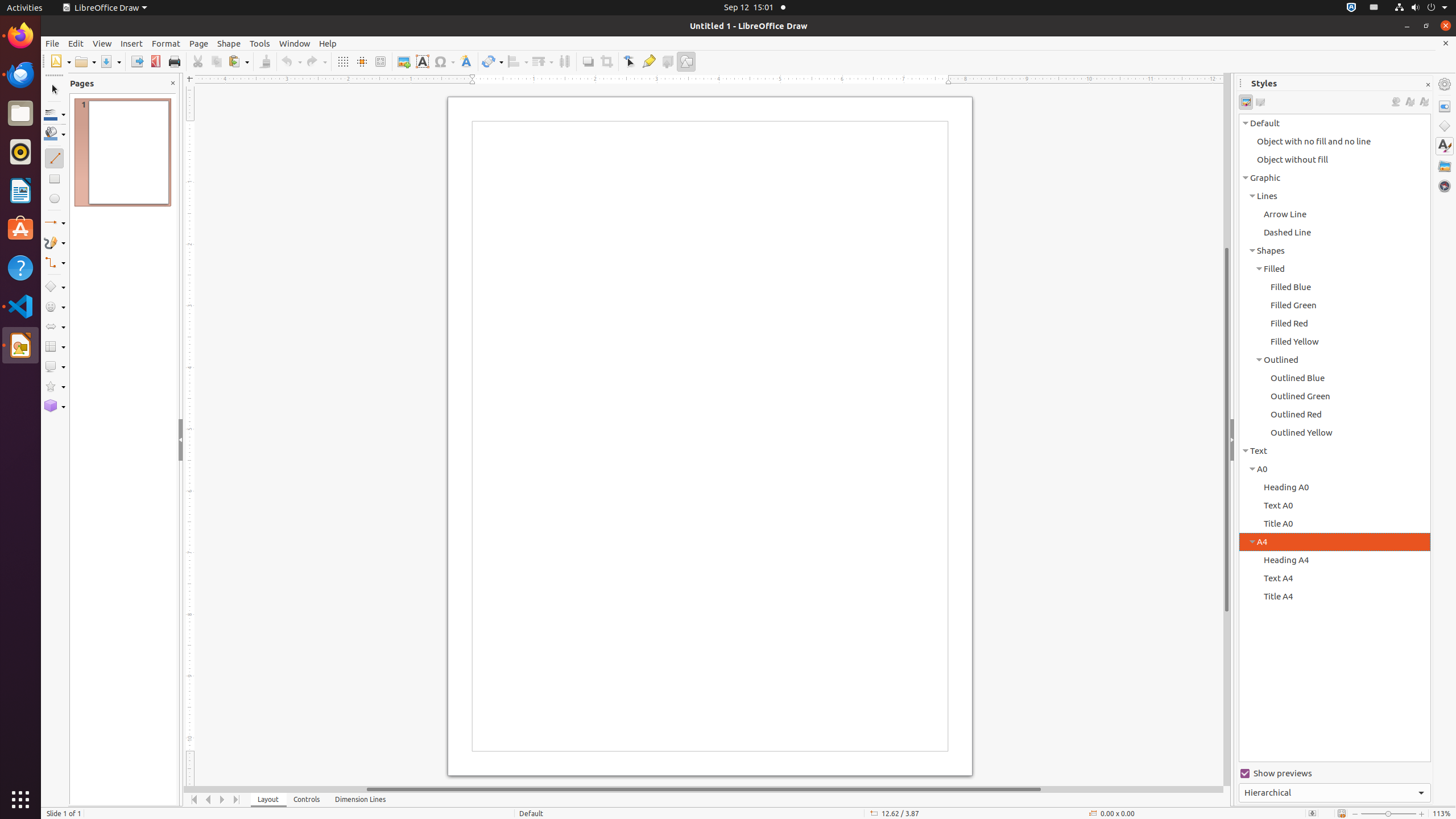 Image resolution: width=1456 pixels, height=819 pixels. Describe the element at coordinates (102, 43) in the screenshot. I see `'View'` at that location.